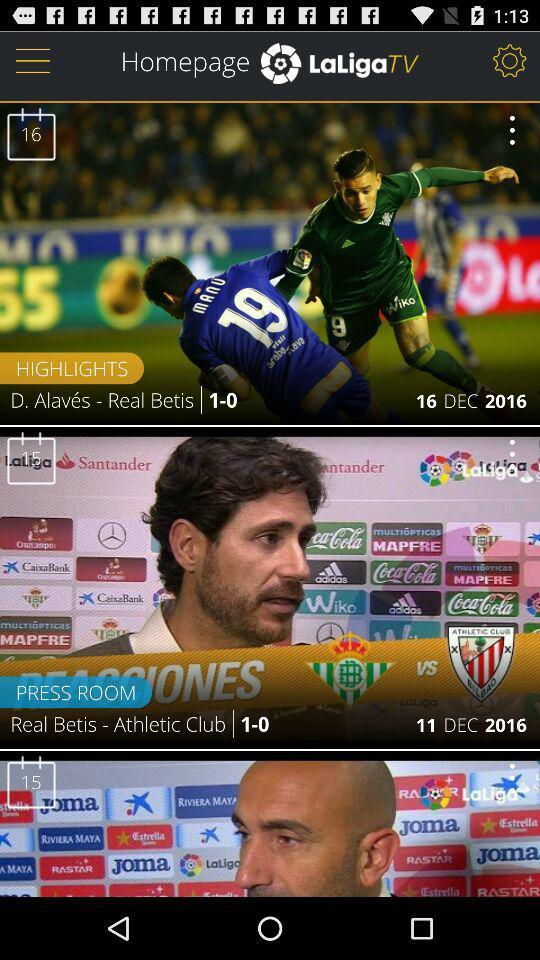  I want to click on the number 15 in the bottom image, so click(30, 782).